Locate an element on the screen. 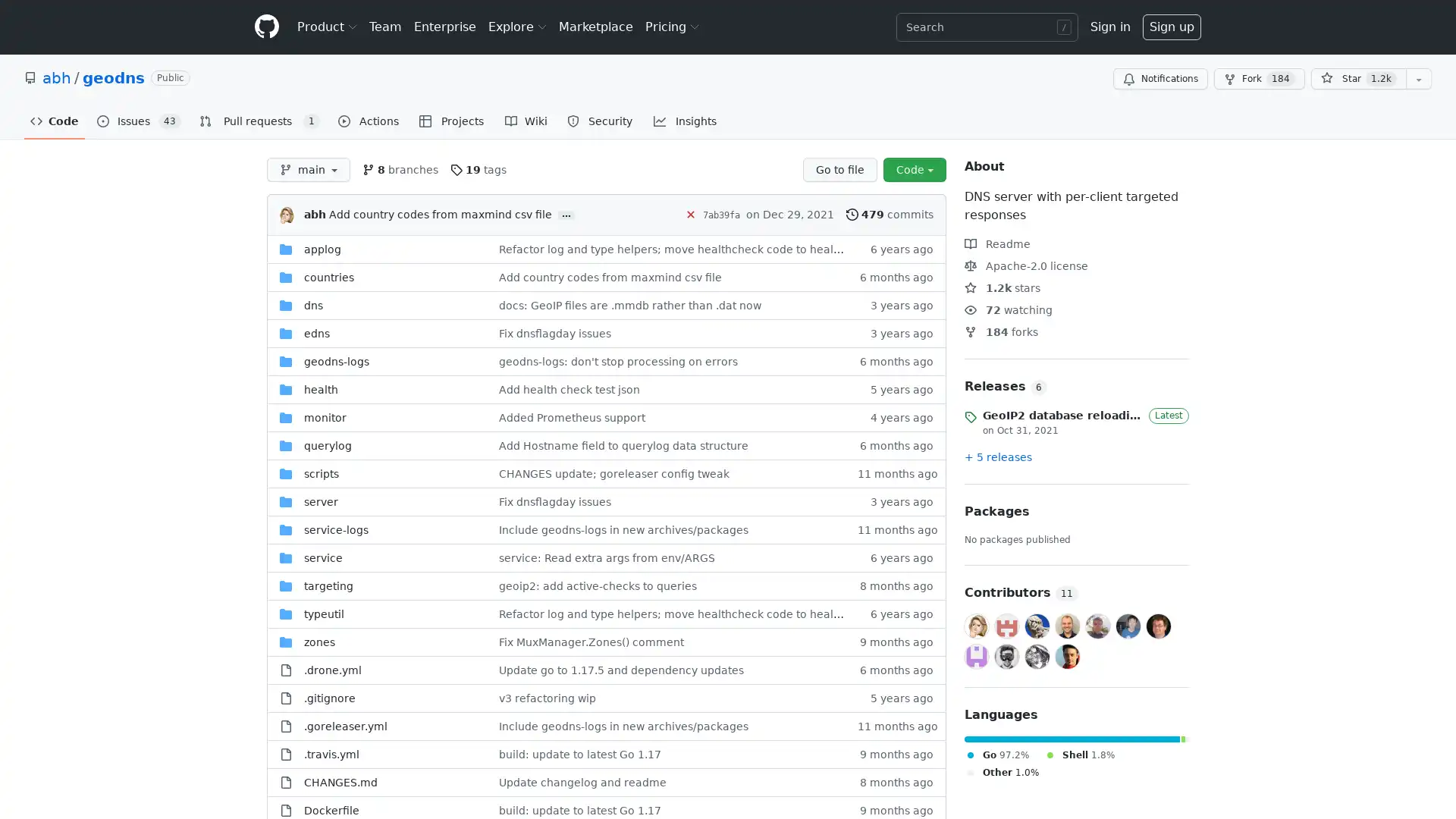 The image size is (1456, 819). ... is located at coordinates (566, 215).